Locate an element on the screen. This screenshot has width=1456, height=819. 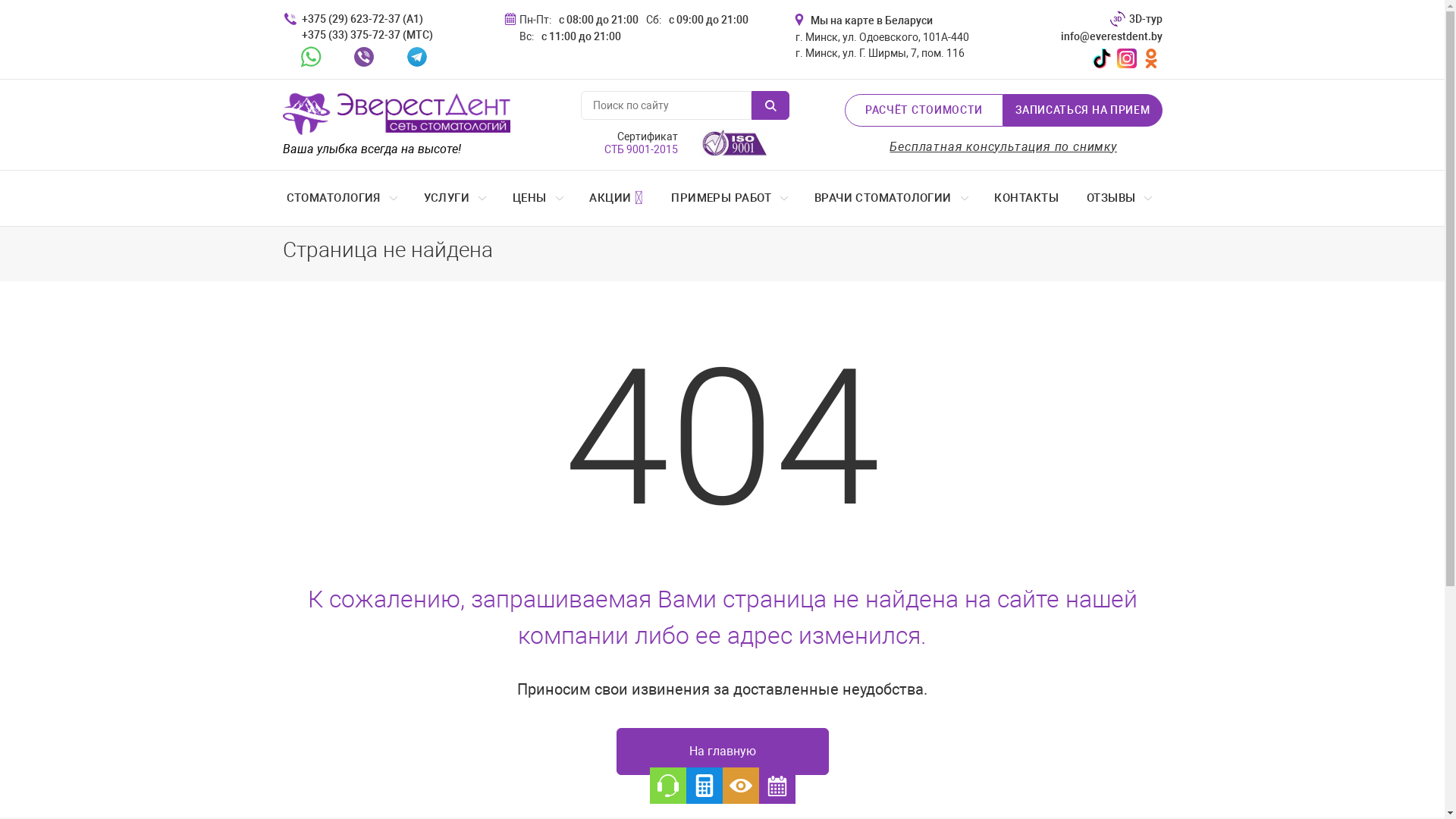
'Telegram' is located at coordinates (416, 55).